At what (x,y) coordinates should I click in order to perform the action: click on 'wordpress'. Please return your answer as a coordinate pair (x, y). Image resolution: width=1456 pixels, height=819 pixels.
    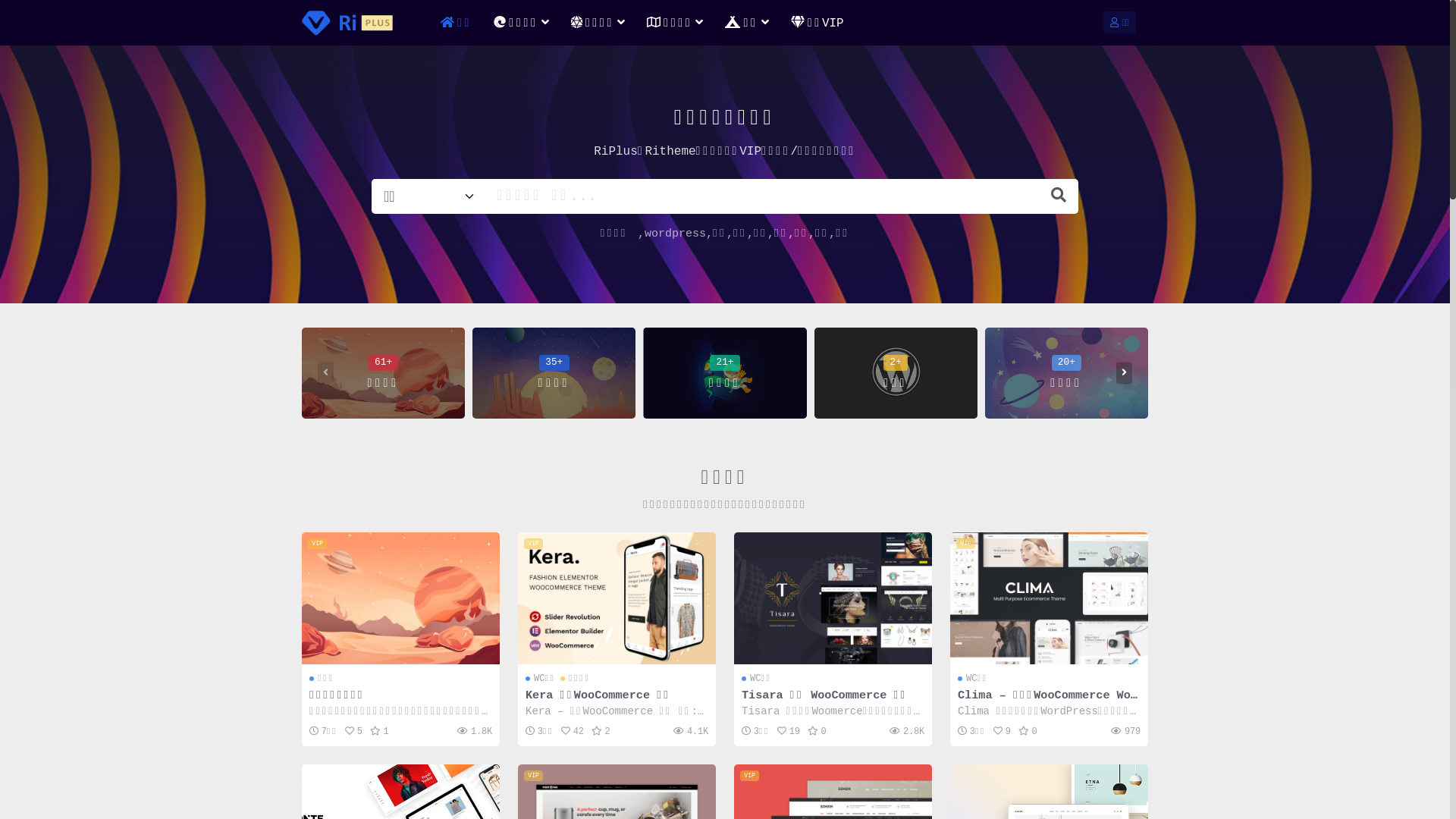
    Looking at the image, I should click on (674, 234).